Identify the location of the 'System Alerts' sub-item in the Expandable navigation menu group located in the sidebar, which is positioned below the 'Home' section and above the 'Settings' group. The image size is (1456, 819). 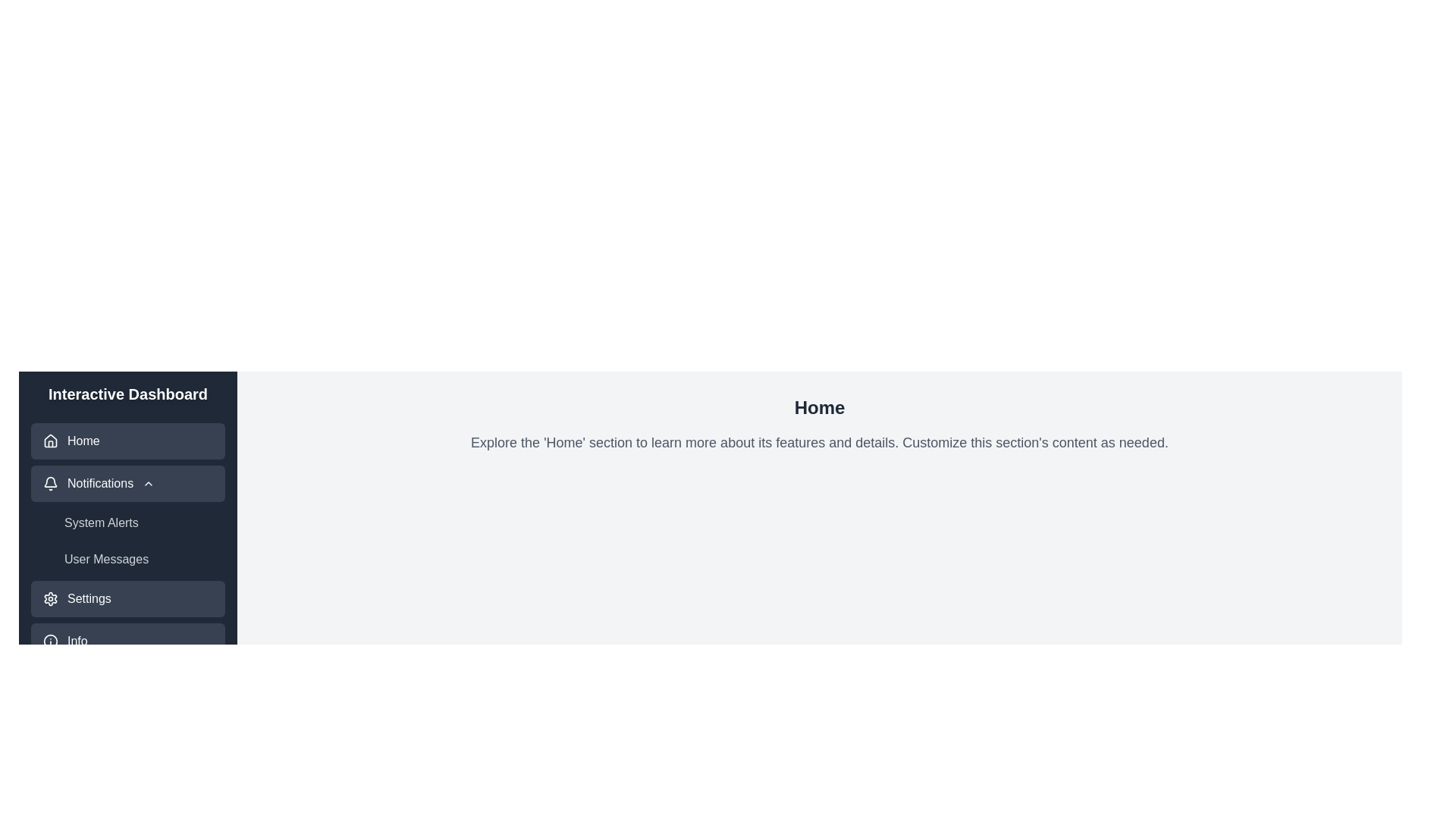
(127, 519).